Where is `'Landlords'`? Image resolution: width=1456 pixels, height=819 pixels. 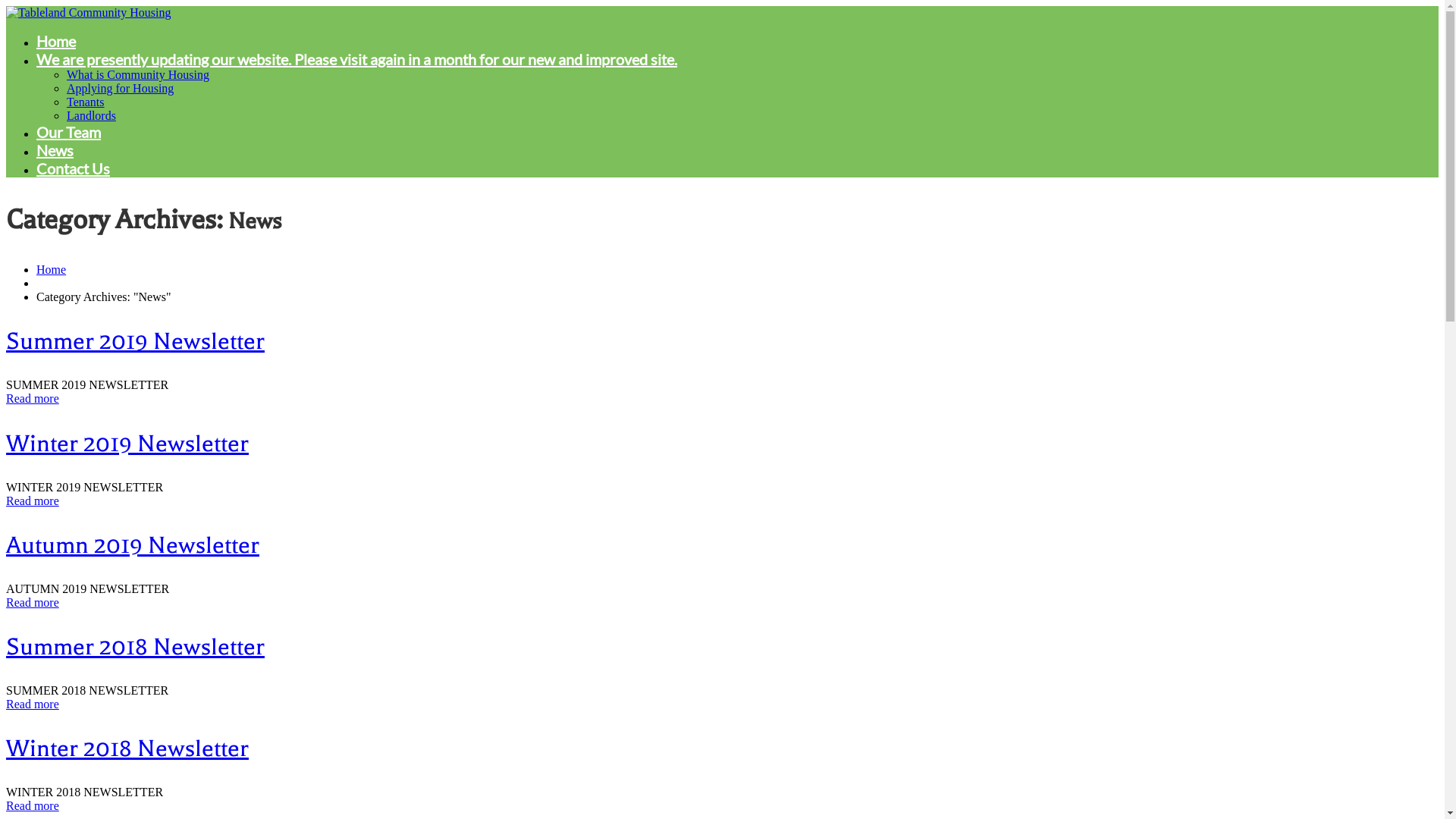 'Landlords' is located at coordinates (90, 115).